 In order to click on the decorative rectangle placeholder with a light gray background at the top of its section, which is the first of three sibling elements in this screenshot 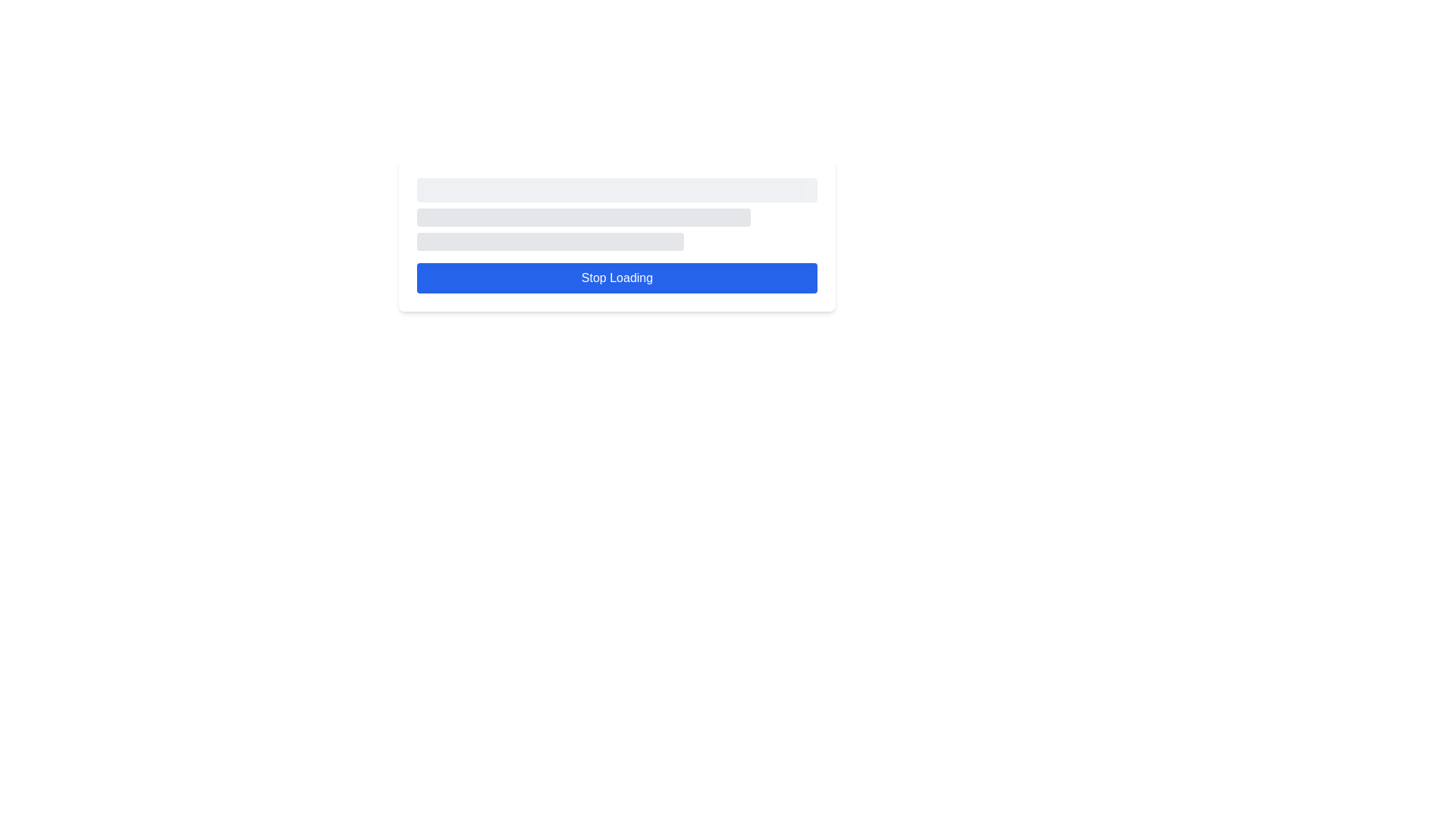, I will do `click(617, 189)`.